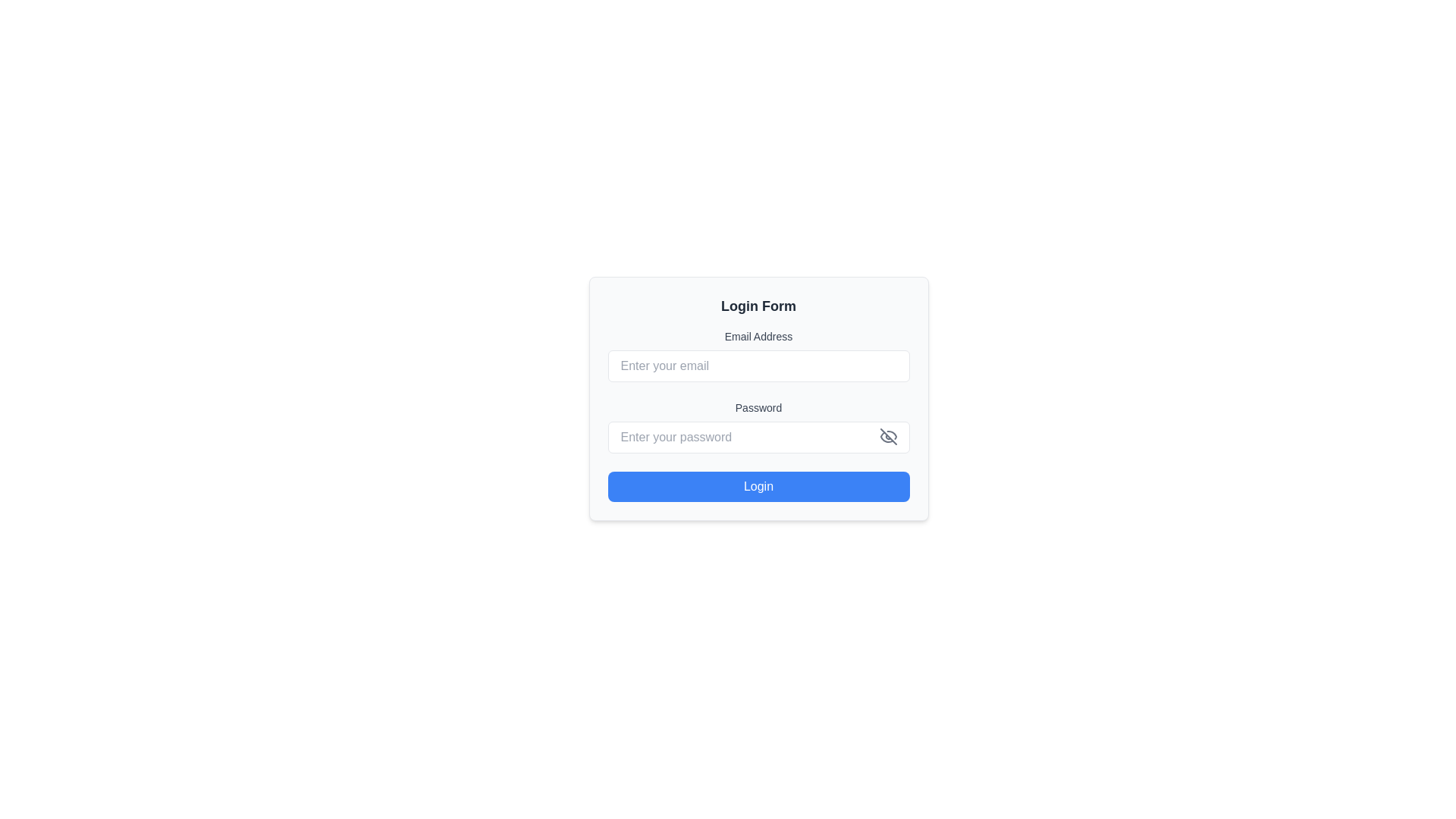 This screenshot has width=1456, height=819. What do you see at coordinates (888, 436) in the screenshot?
I see `the icon button in the upper-right corner of the password input field` at bounding box center [888, 436].